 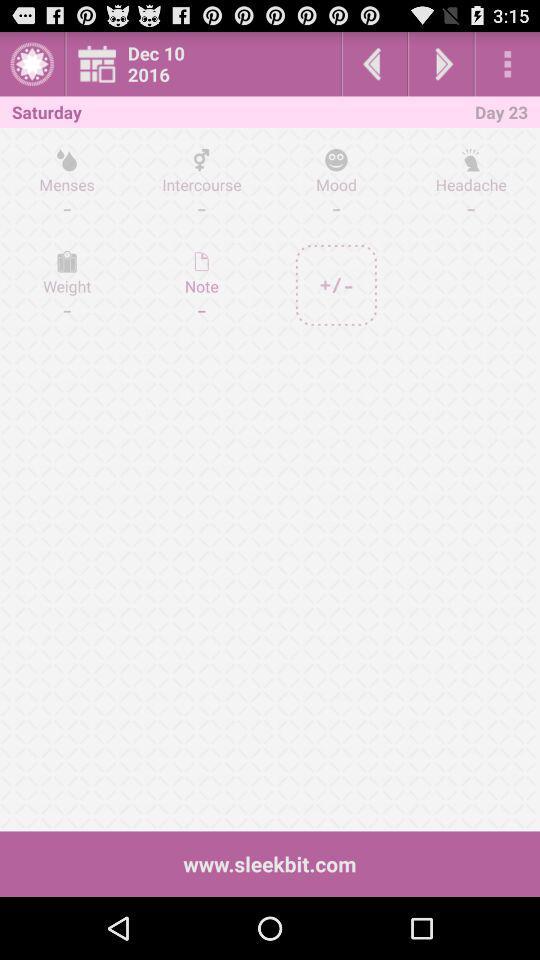 What do you see at coordinates (507, 63) in the screenshot?
I see `more option` at bounding box center [507, 63].